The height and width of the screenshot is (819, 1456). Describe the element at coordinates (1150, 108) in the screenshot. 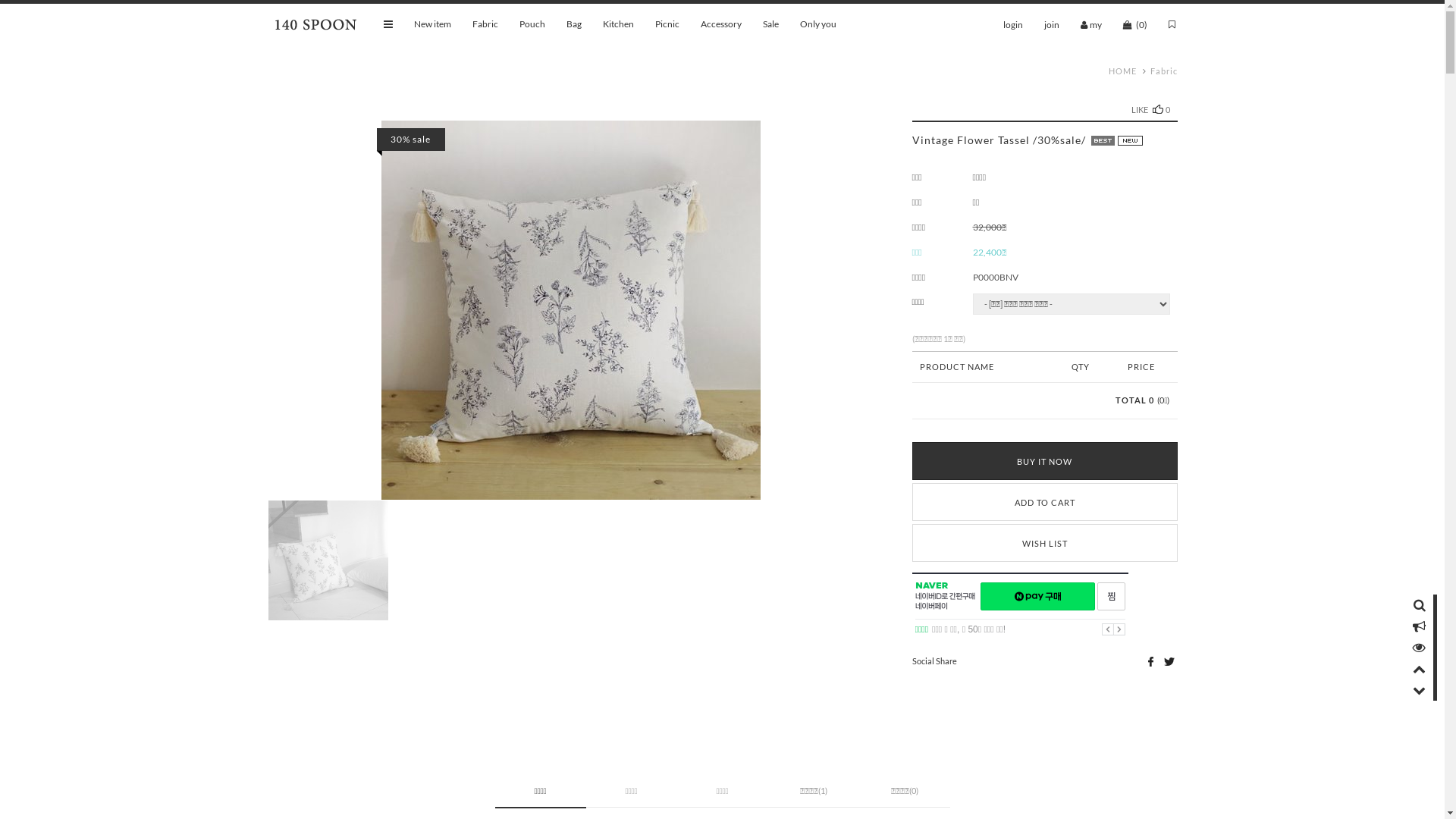

I see `'LIKE0'` at that location.